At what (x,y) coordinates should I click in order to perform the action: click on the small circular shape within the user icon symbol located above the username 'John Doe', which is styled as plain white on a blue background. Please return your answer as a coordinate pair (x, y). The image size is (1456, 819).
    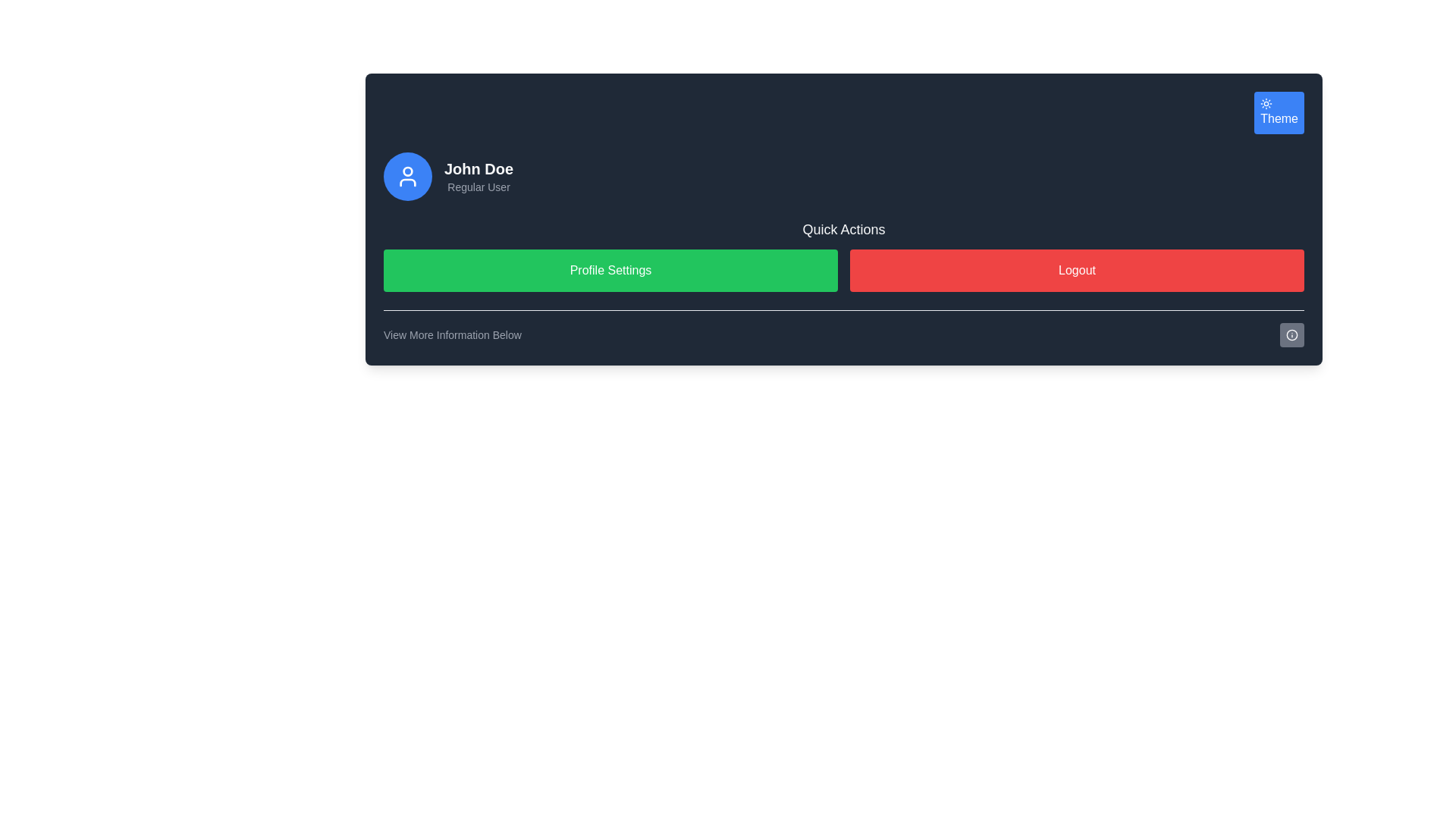
    Looking at the image, I should click on (407, 171).